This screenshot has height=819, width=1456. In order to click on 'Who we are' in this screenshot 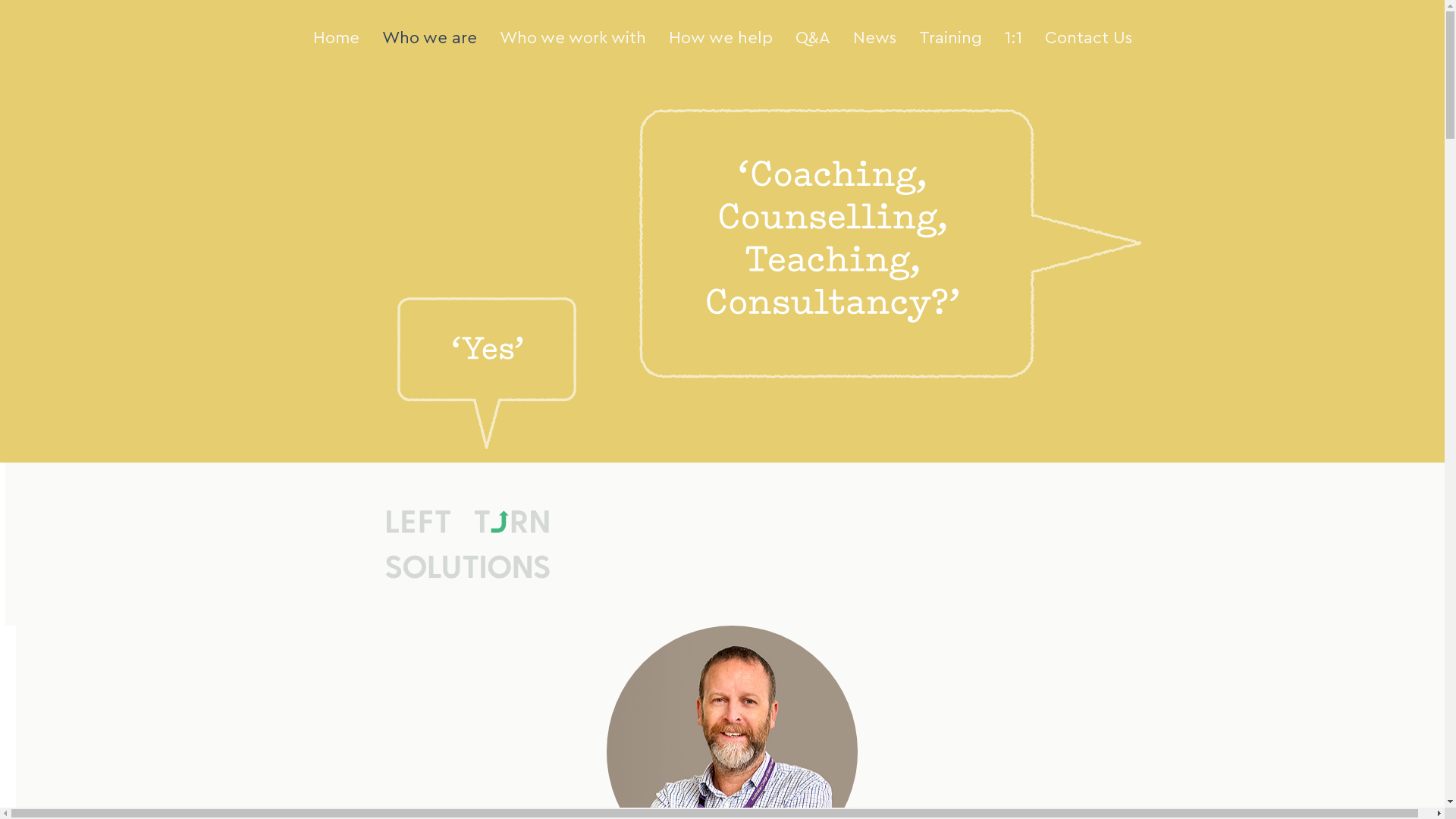, I will do `click(428, 37)`.